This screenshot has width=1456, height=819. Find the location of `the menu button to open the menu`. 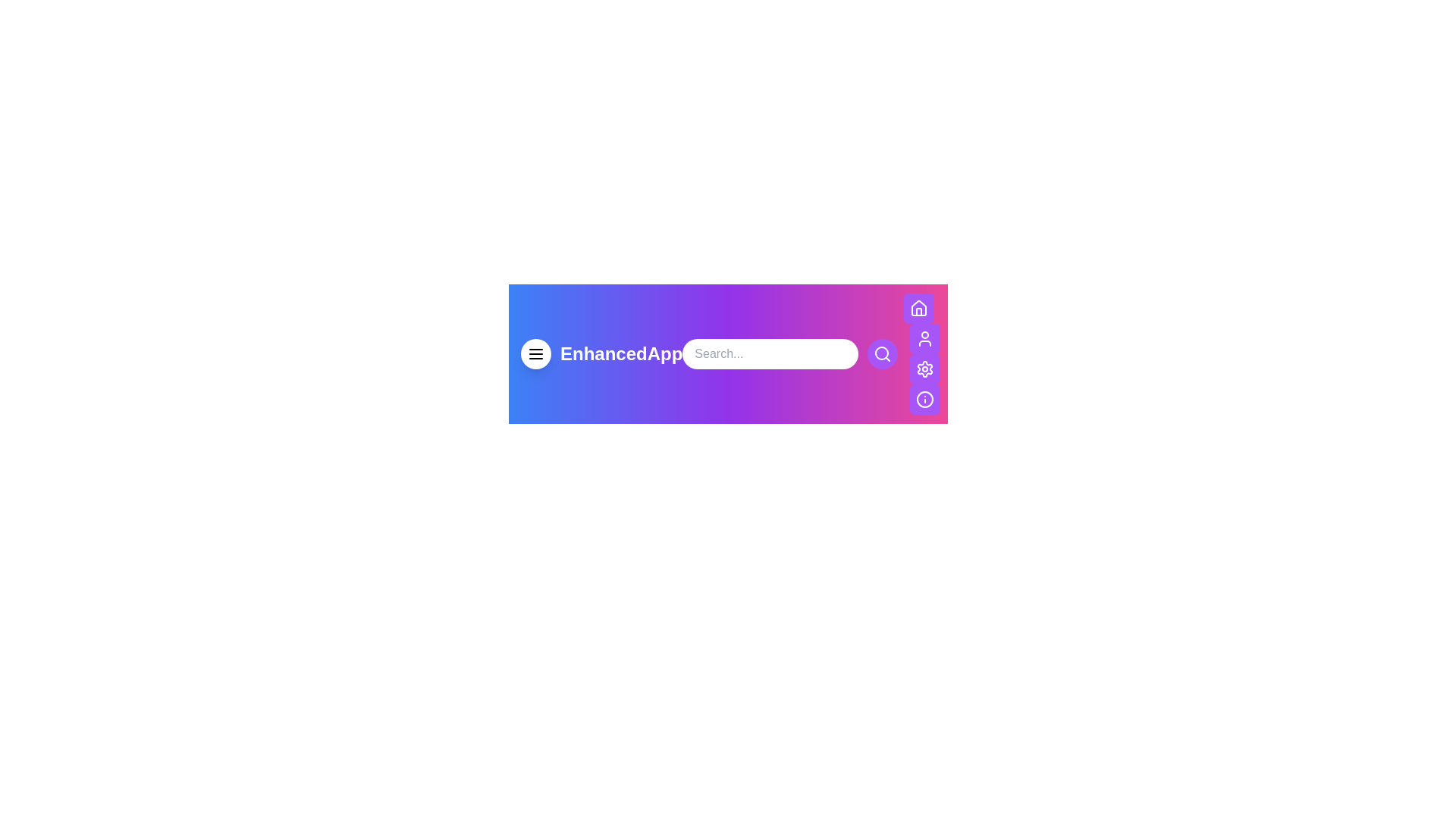

the menu button to open the menu is located at coordinates (535, 353).